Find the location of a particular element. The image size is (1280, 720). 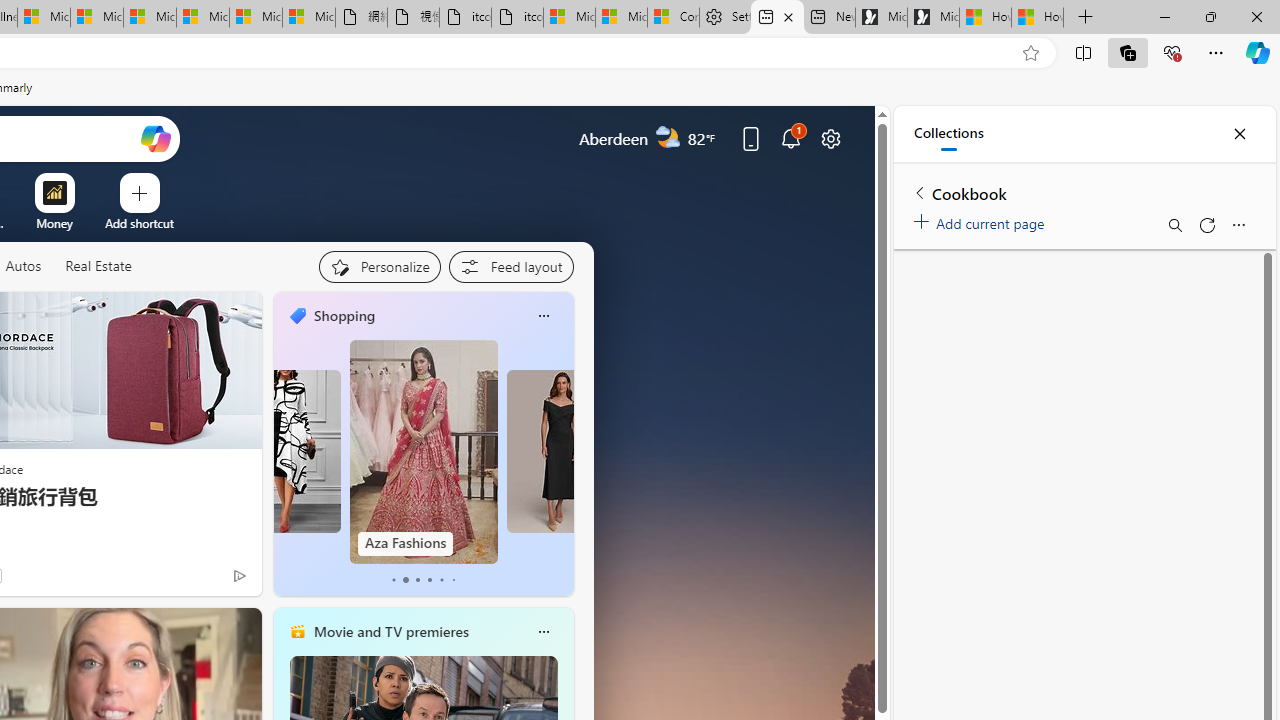

'Feed settings' is located at coordinates (510, 266).